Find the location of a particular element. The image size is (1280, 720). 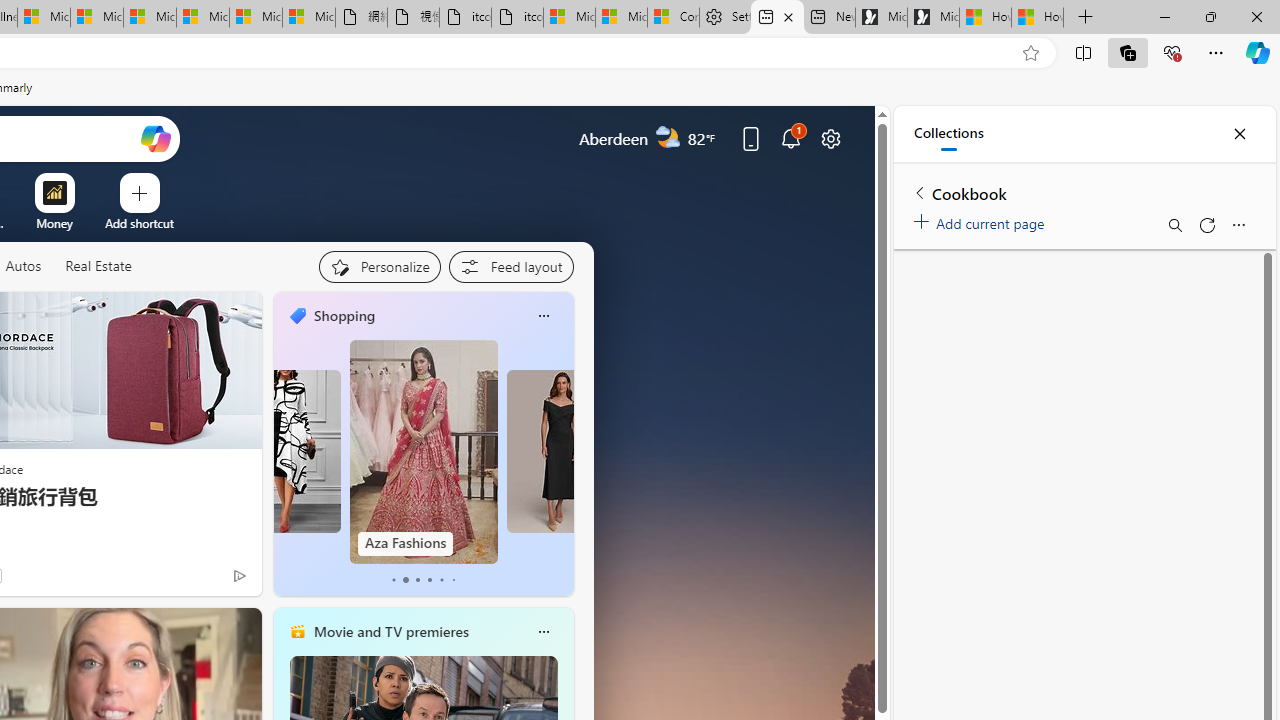

'Feed settings' is located at coordinates (510, 266).